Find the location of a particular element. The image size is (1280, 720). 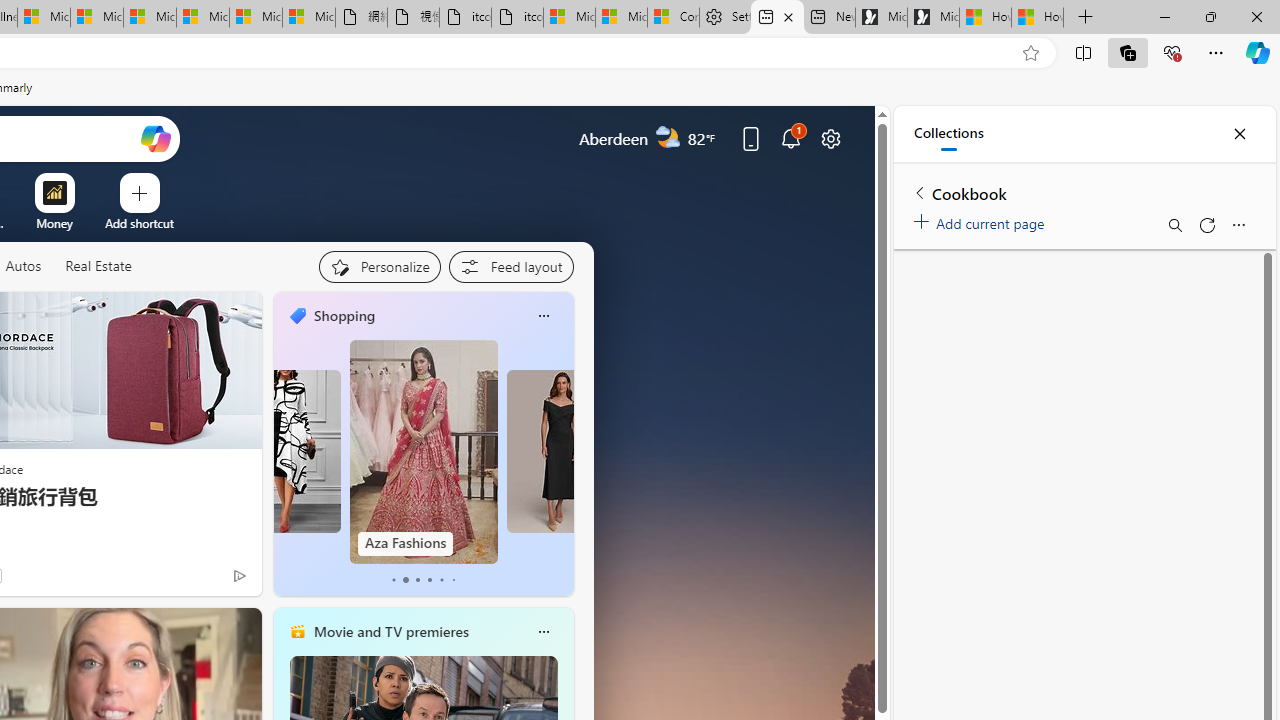

'Feed settings' is located at coordinates (510, 266).